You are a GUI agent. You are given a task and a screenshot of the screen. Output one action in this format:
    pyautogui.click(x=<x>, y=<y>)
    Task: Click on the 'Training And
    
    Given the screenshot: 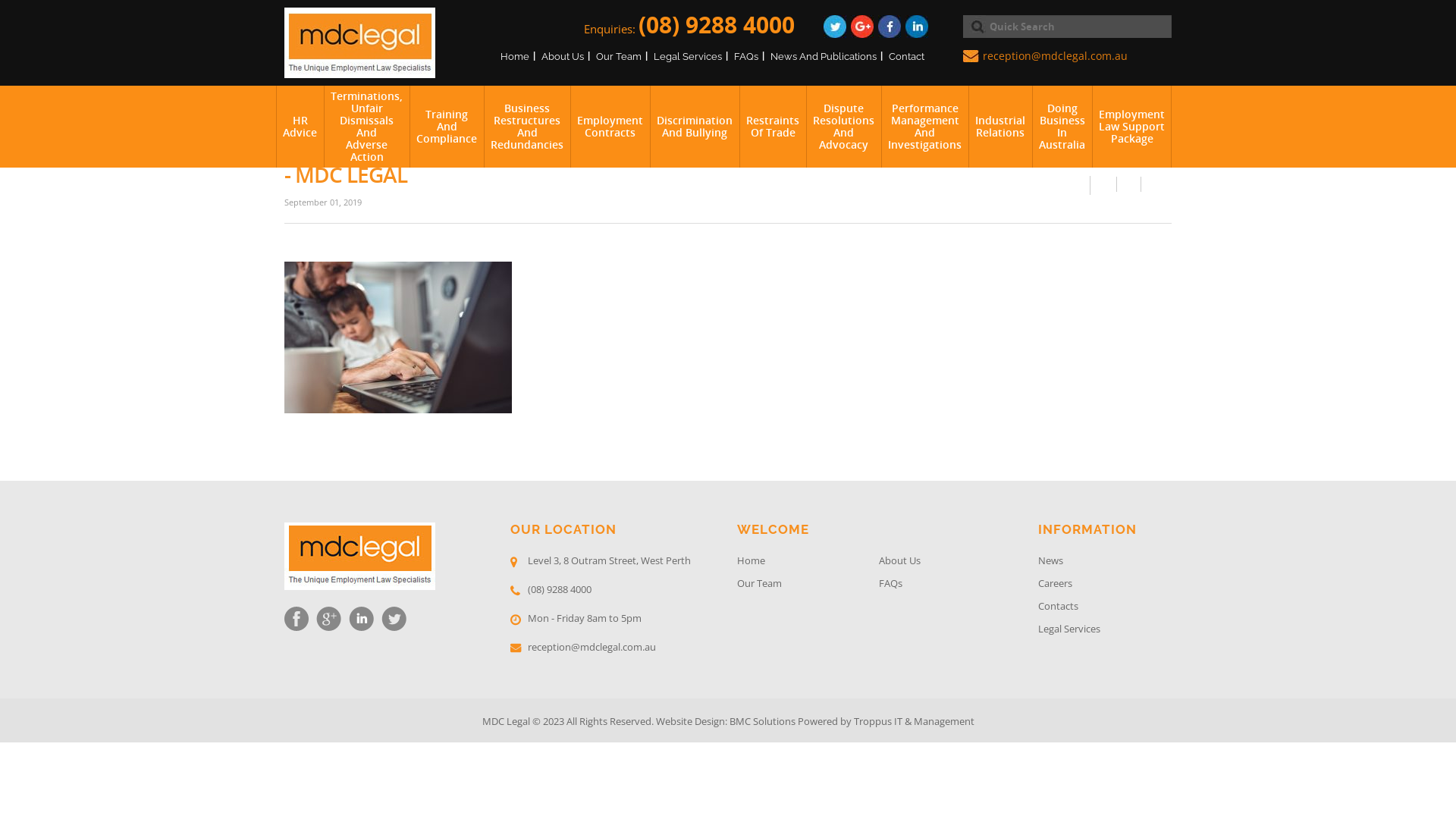 What is the action you would take?
    pyautogui.click(x=446, y=125)
    